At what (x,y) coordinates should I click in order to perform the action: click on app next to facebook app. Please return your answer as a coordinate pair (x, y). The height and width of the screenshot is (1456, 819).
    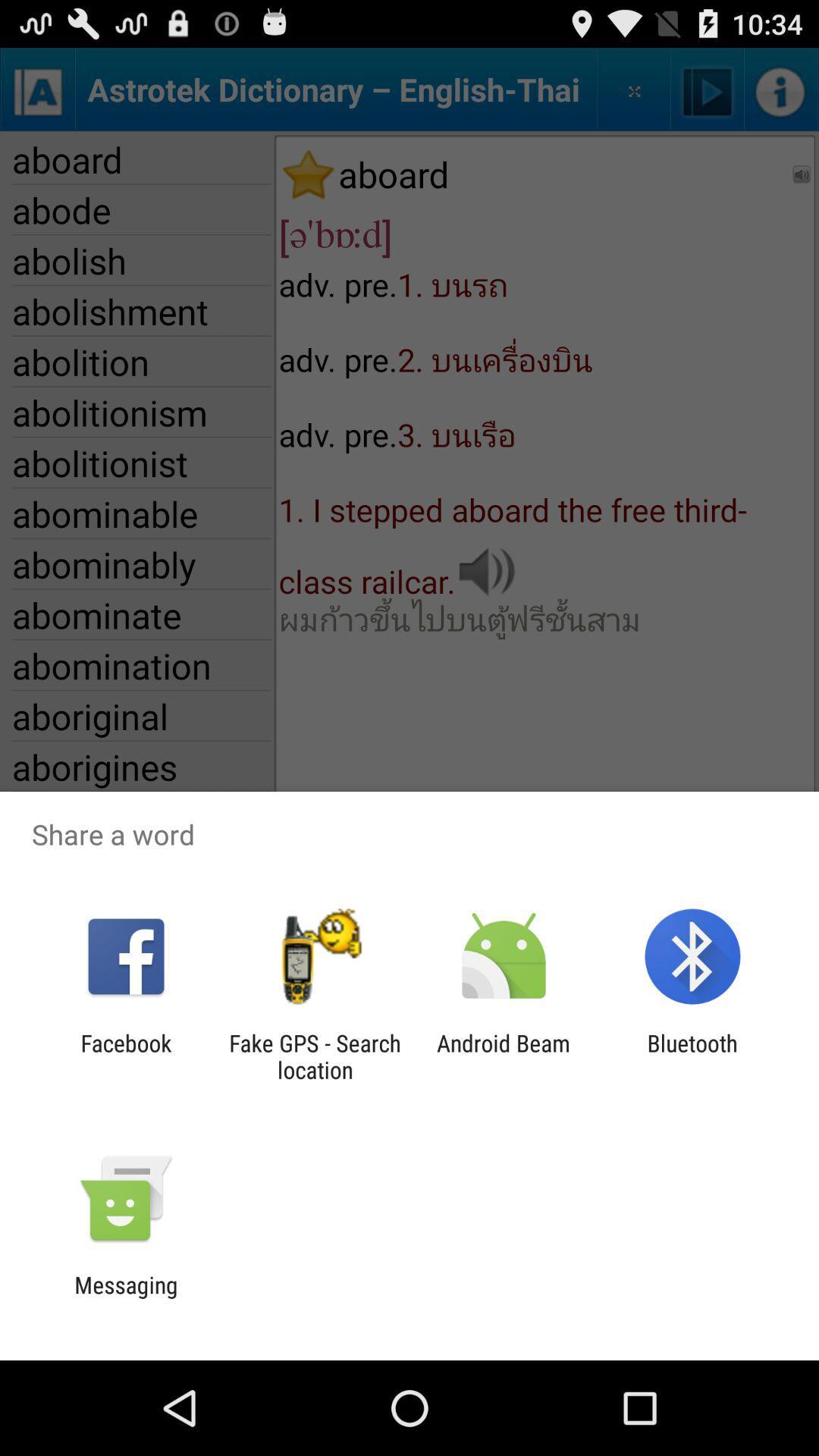
    Looking at the image, I should click on (314, 1056).